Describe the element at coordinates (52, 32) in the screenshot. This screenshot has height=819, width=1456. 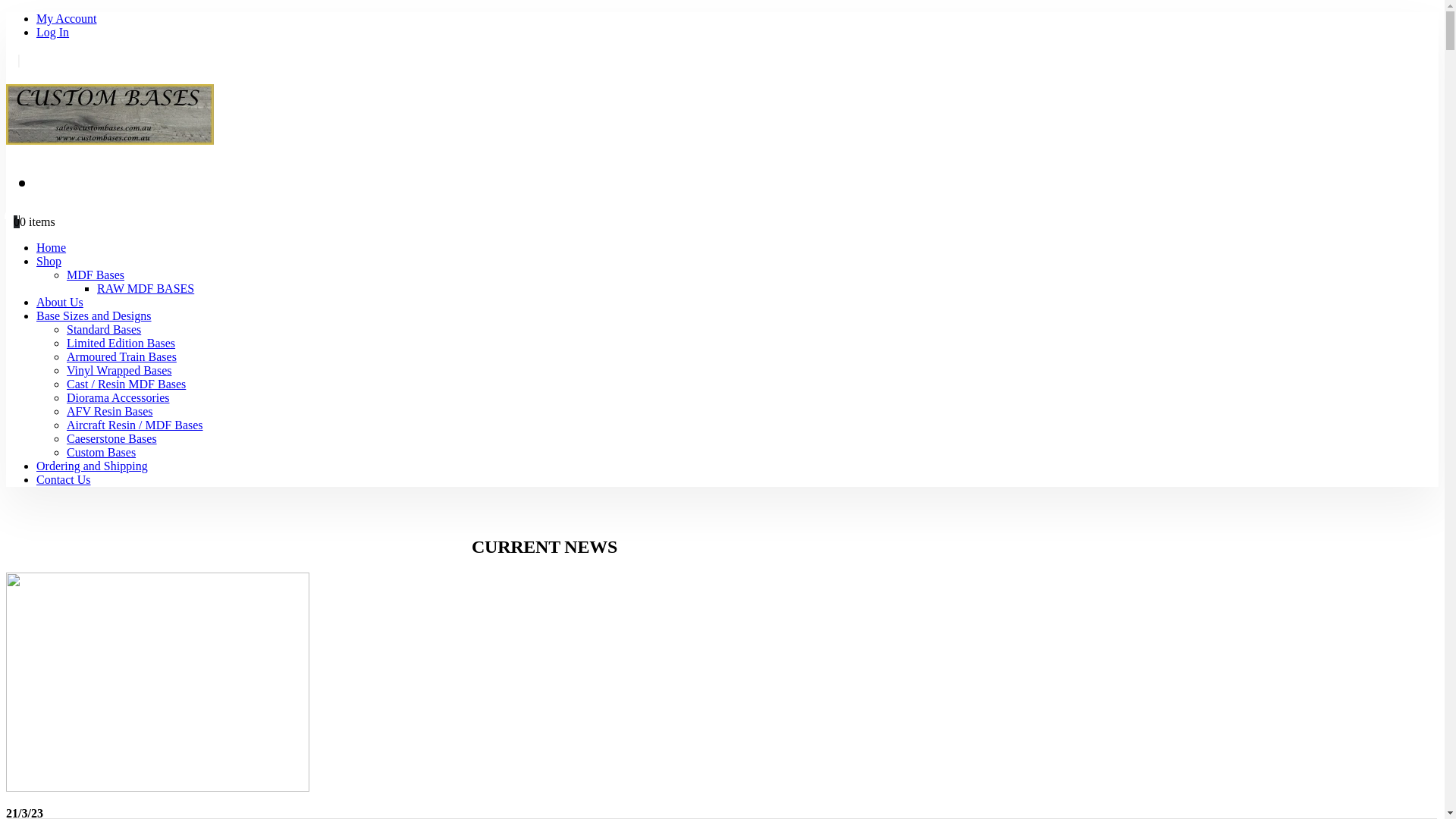
I see `'Log In'` at that location.